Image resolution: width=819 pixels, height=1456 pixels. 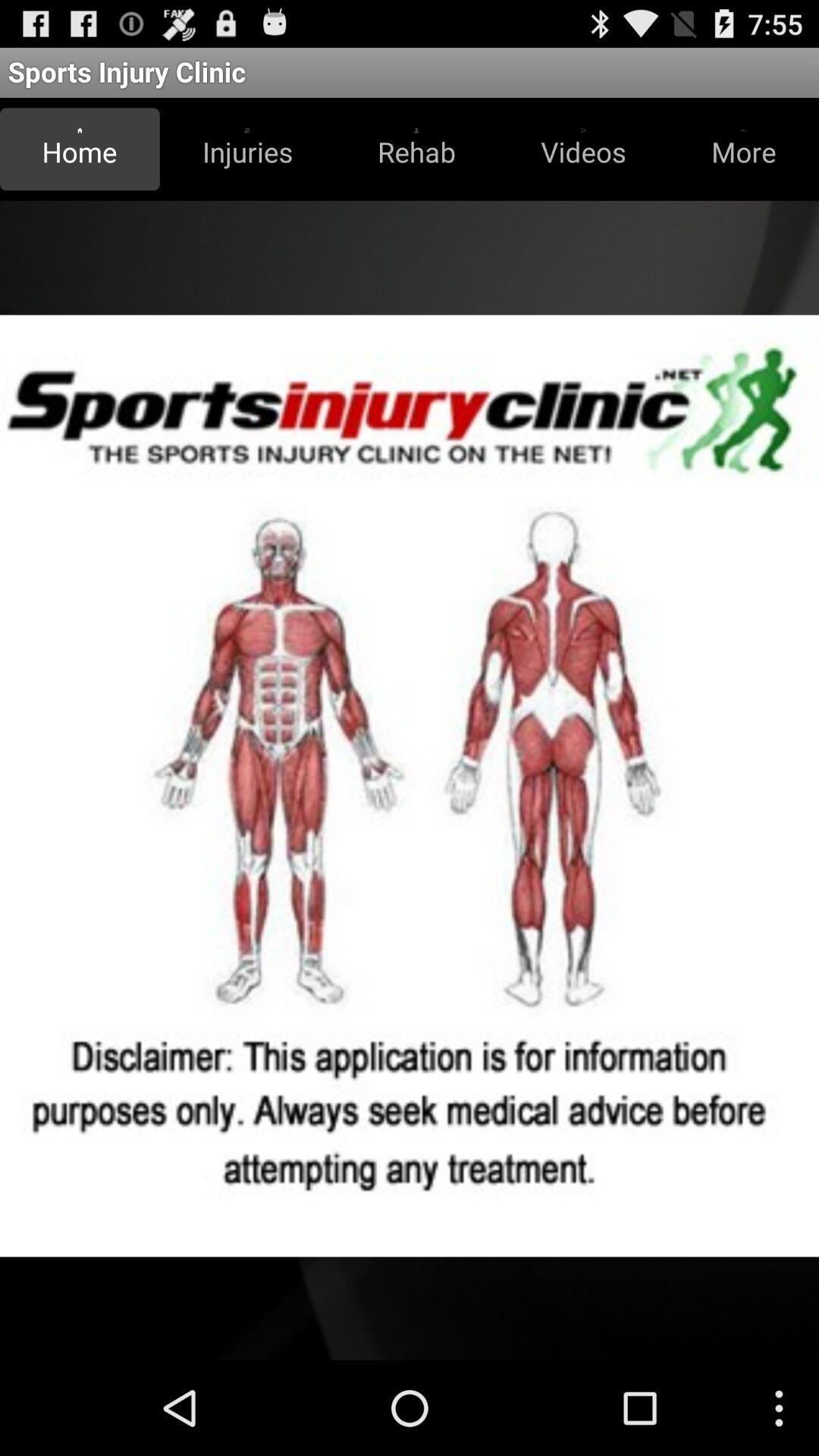 I want to click on the item next to videos, so click(x=742, y=149).